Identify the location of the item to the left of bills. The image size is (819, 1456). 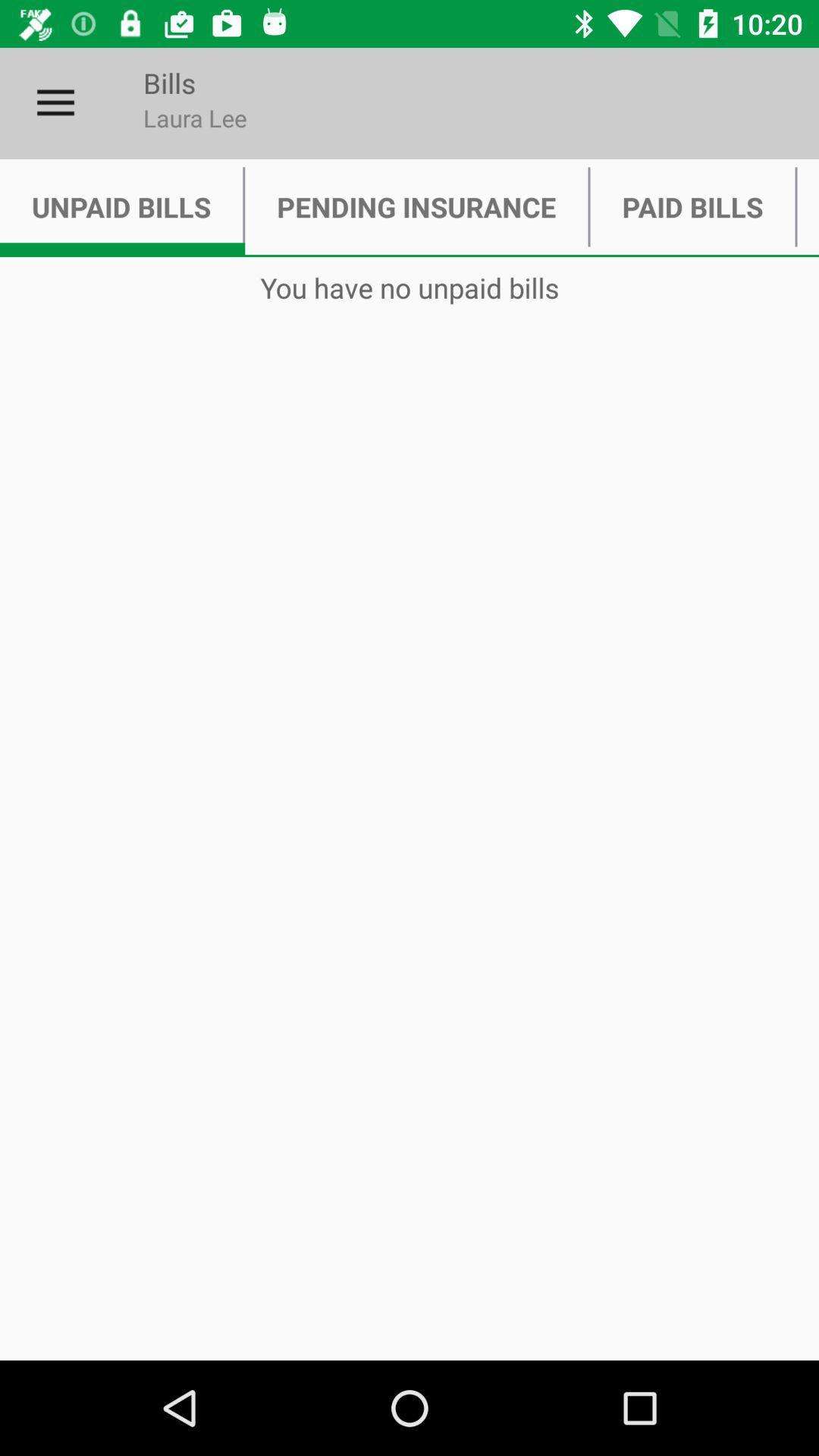
(55, 102).